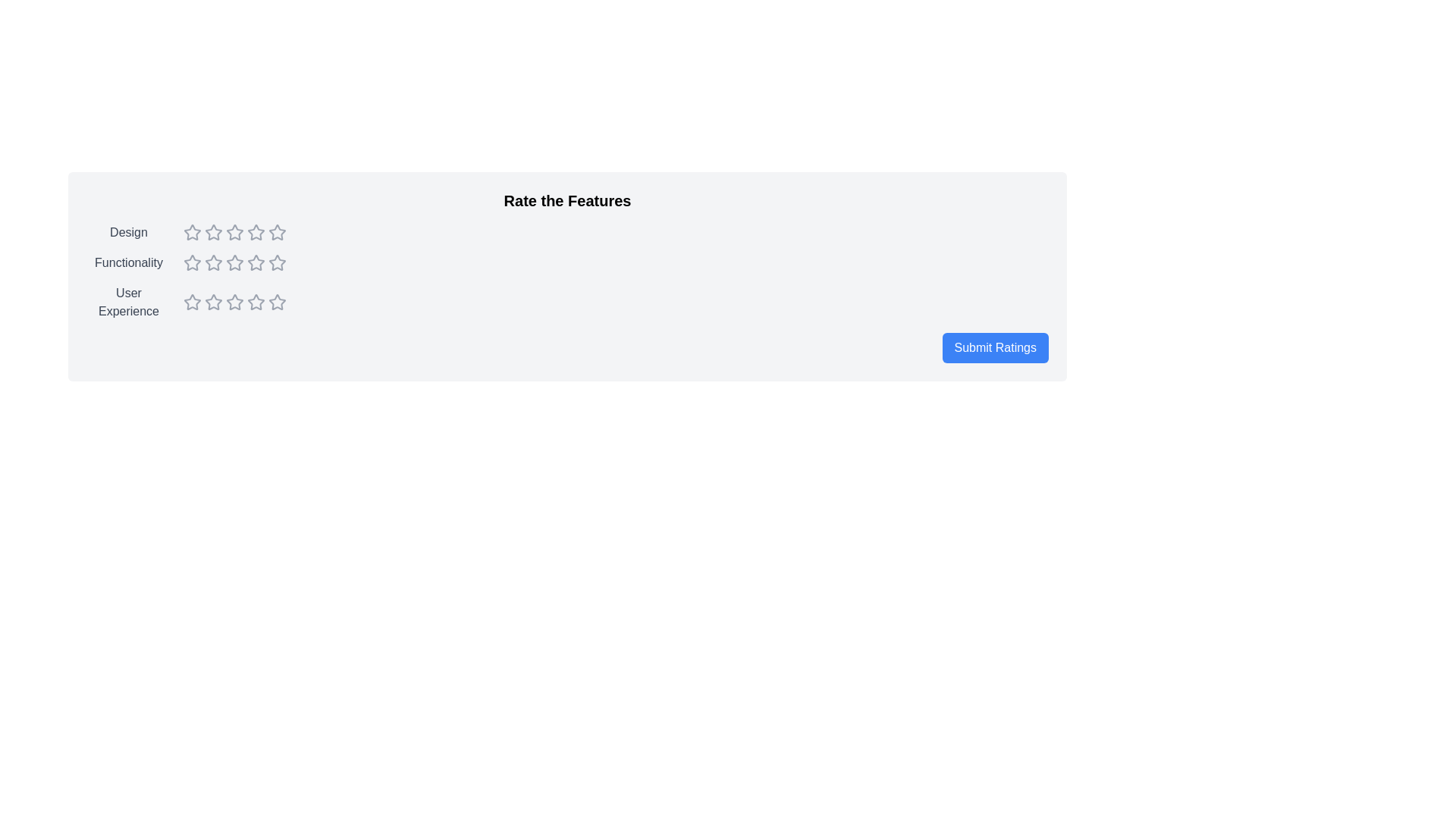 Image resolution: width=1456 pixels, height=819 pixels. I want to click on the first star icon in the 'Design' rating component to prepare for interaction, so click(192, 233).